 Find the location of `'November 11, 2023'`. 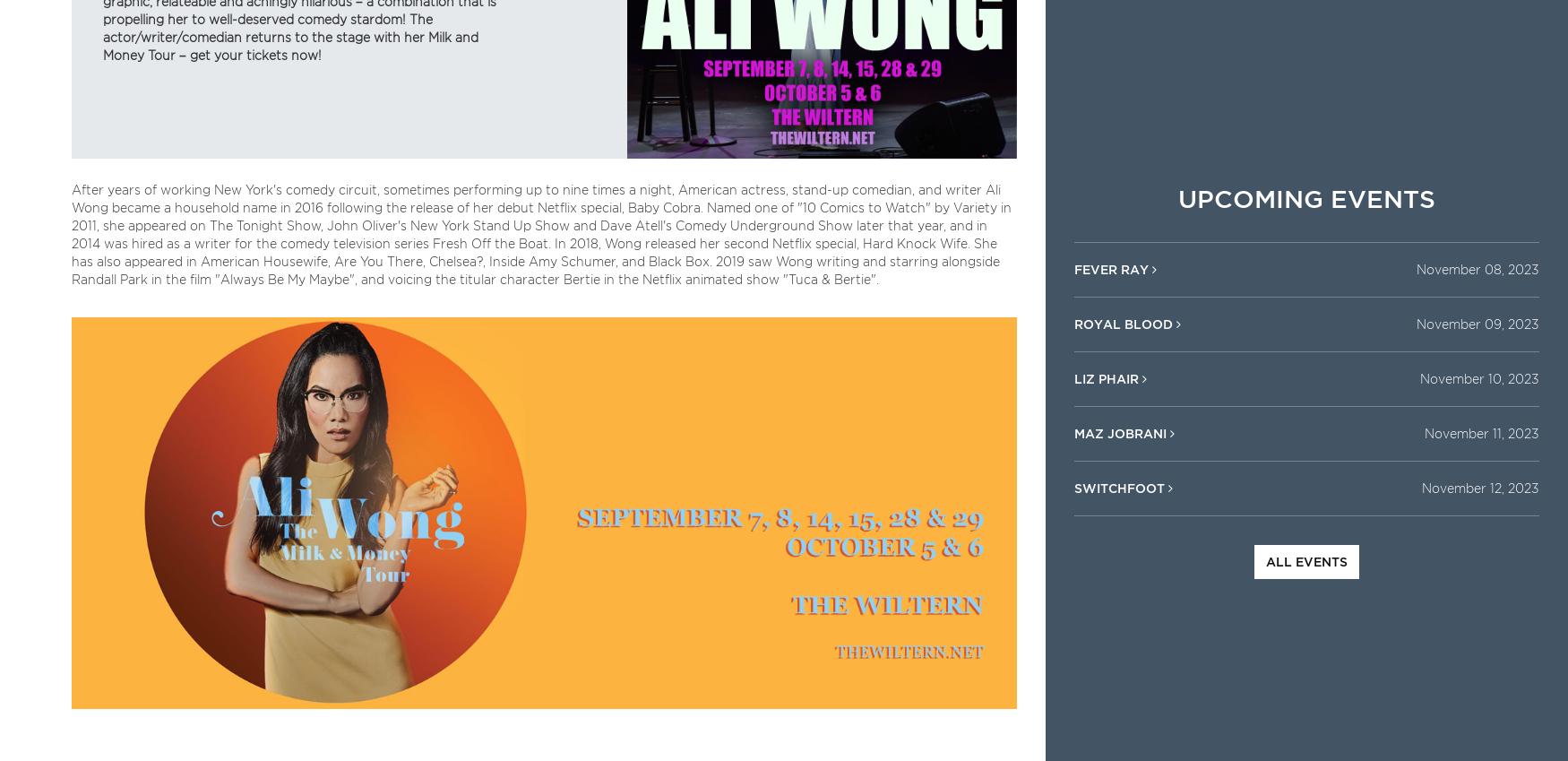

'November 11, 2023' is located at coordinates (1480, 431).